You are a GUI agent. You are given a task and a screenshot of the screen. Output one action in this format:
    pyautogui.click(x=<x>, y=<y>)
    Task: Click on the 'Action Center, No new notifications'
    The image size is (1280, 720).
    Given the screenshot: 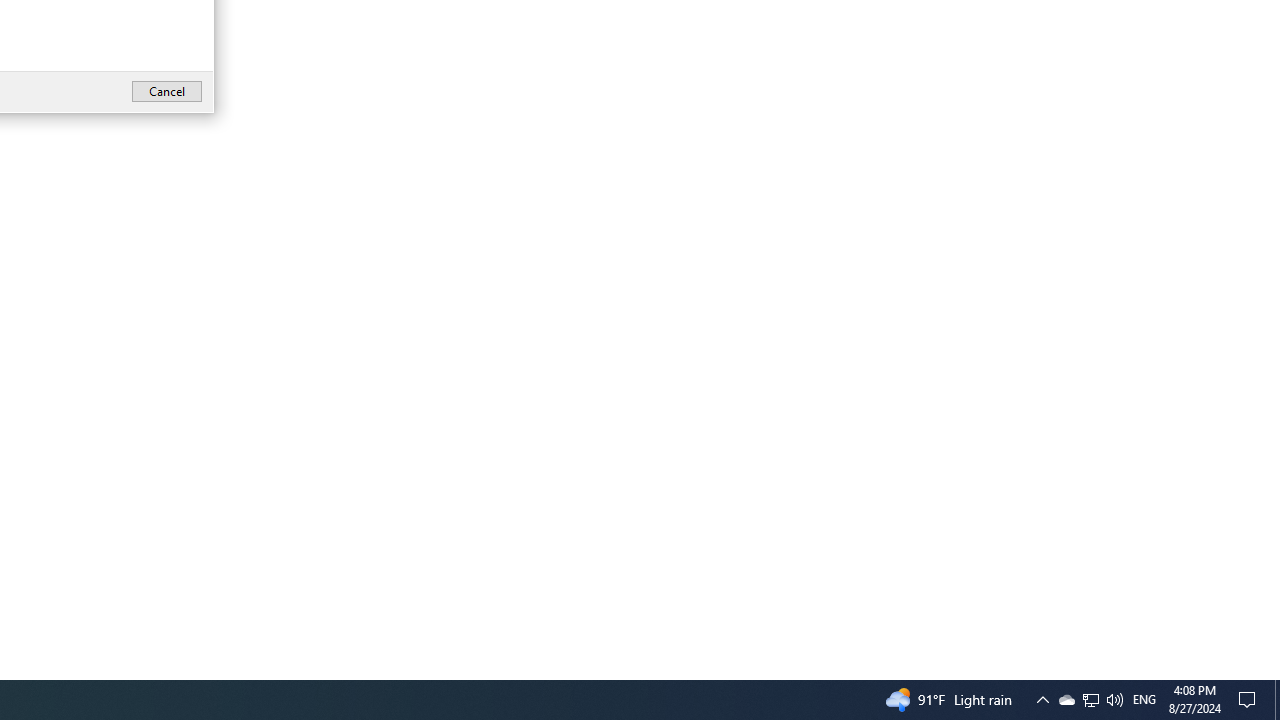 What is the action you would take?
    pyautogui.click(x=1250, y=698)
    